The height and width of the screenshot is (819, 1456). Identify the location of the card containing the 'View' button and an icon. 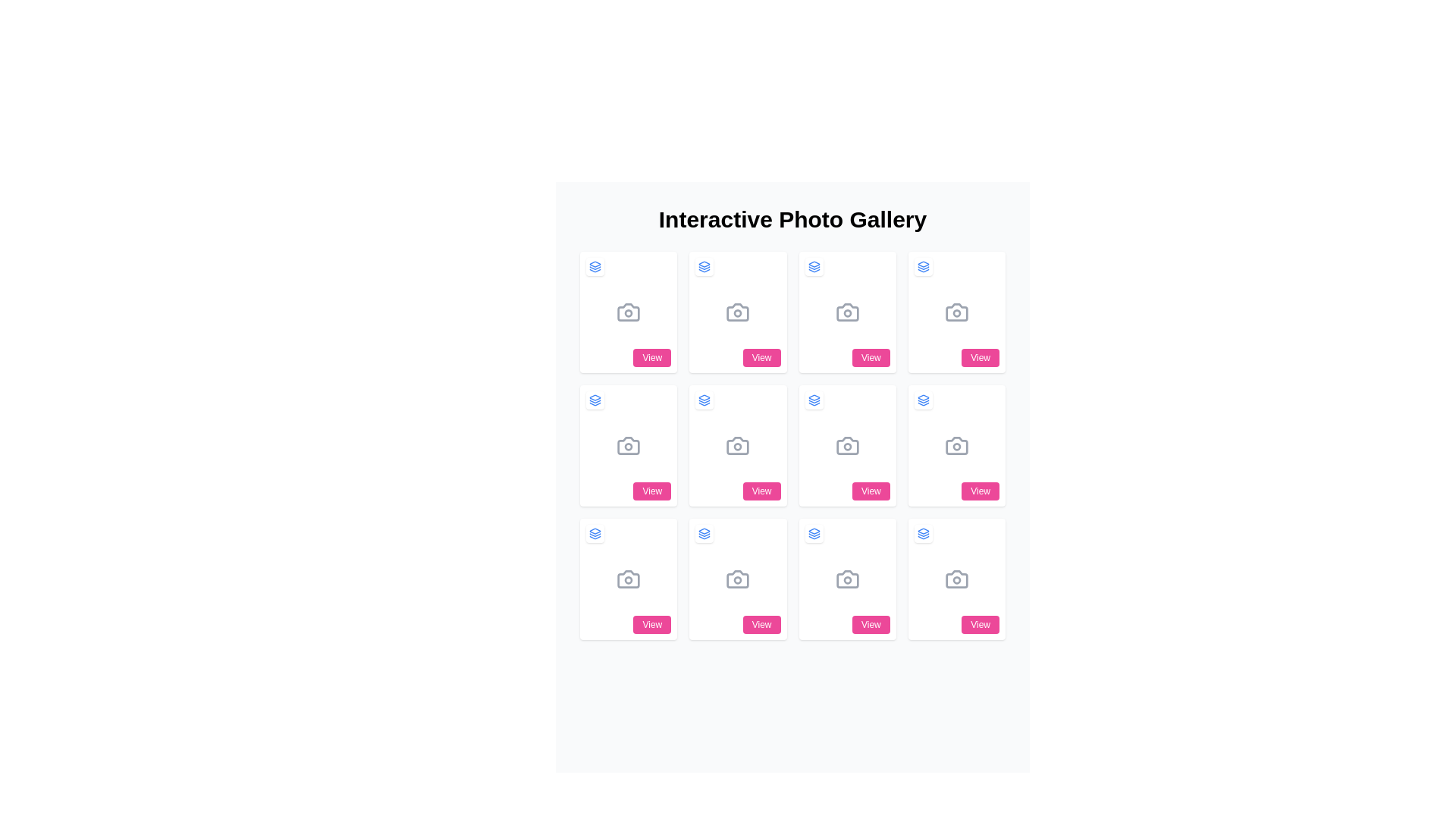
(629, 444).